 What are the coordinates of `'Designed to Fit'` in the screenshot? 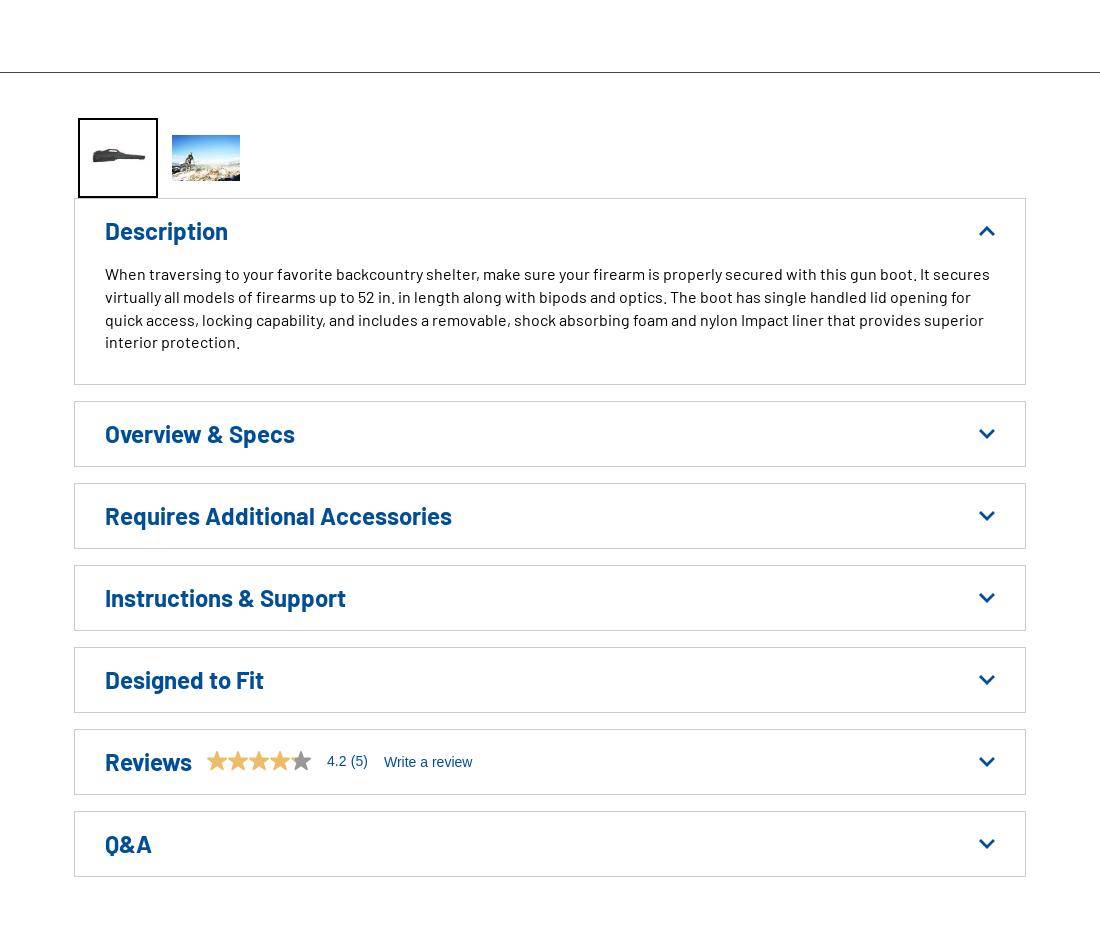 It's located at (183, 678).